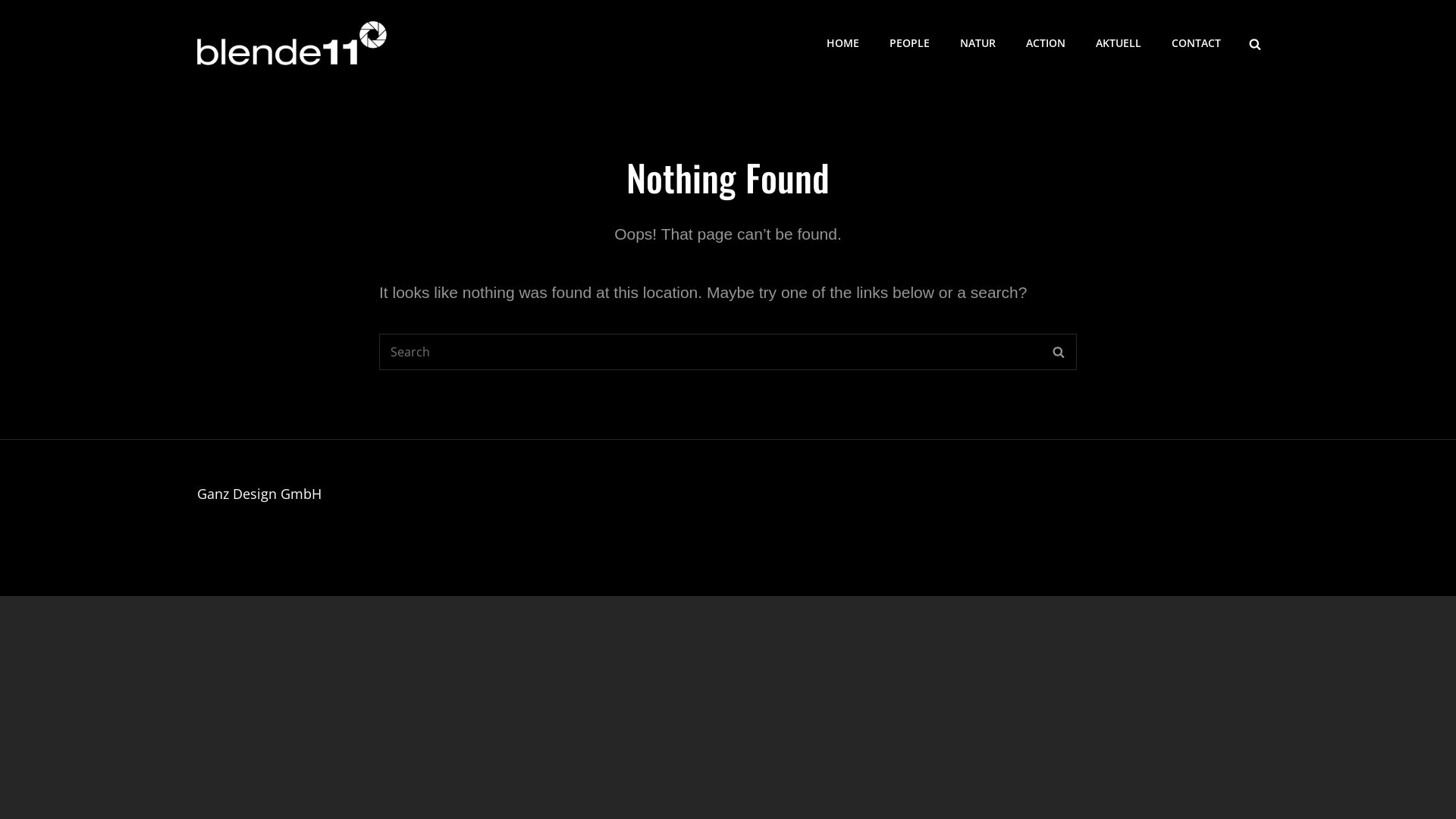 The width and height of the screenshot is (1456, 819). I want to click on 'NATUR', so click(977, 42).